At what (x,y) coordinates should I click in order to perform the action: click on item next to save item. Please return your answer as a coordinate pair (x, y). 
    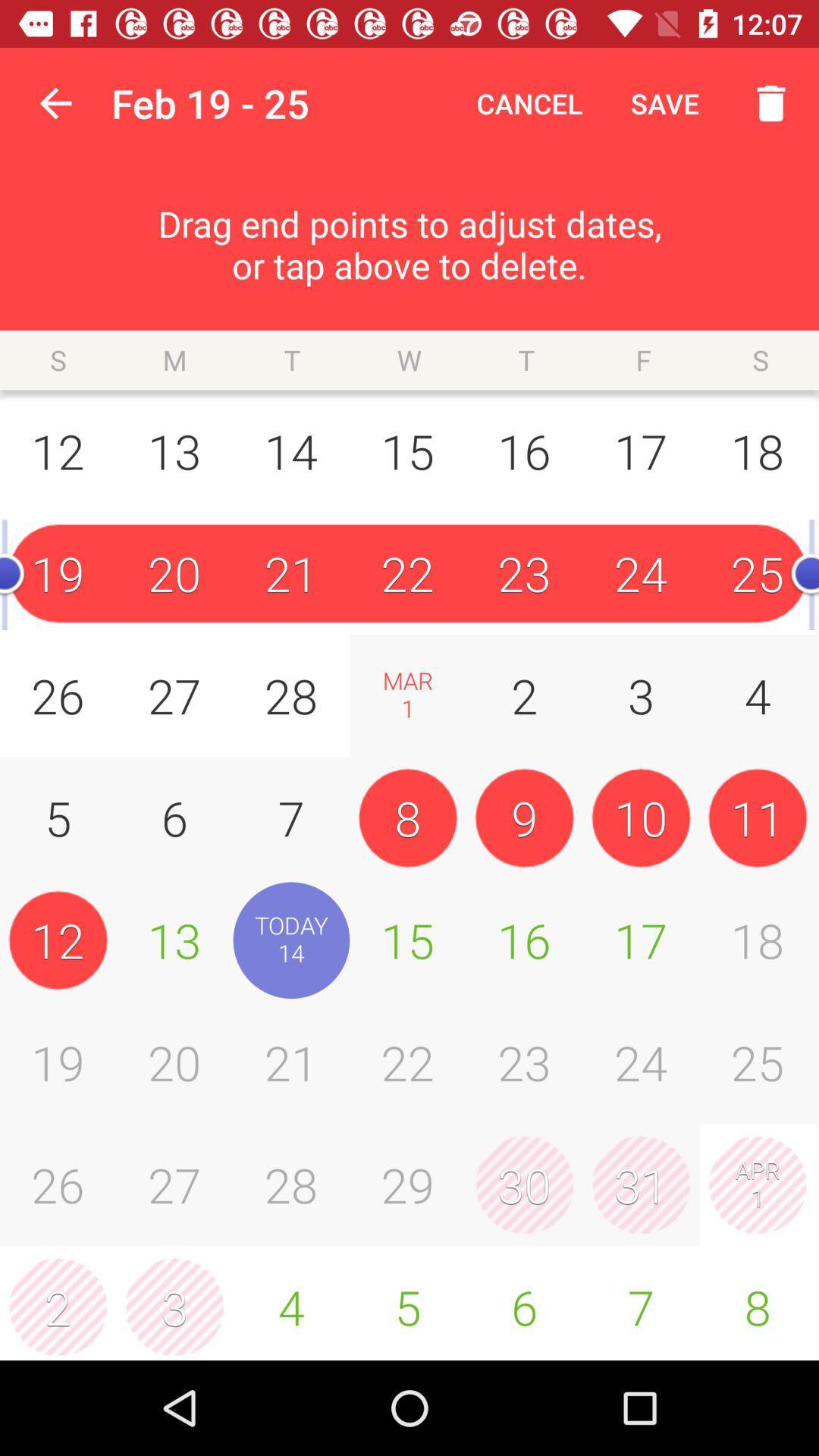
    Looking at the image, I should click on (529, 102).